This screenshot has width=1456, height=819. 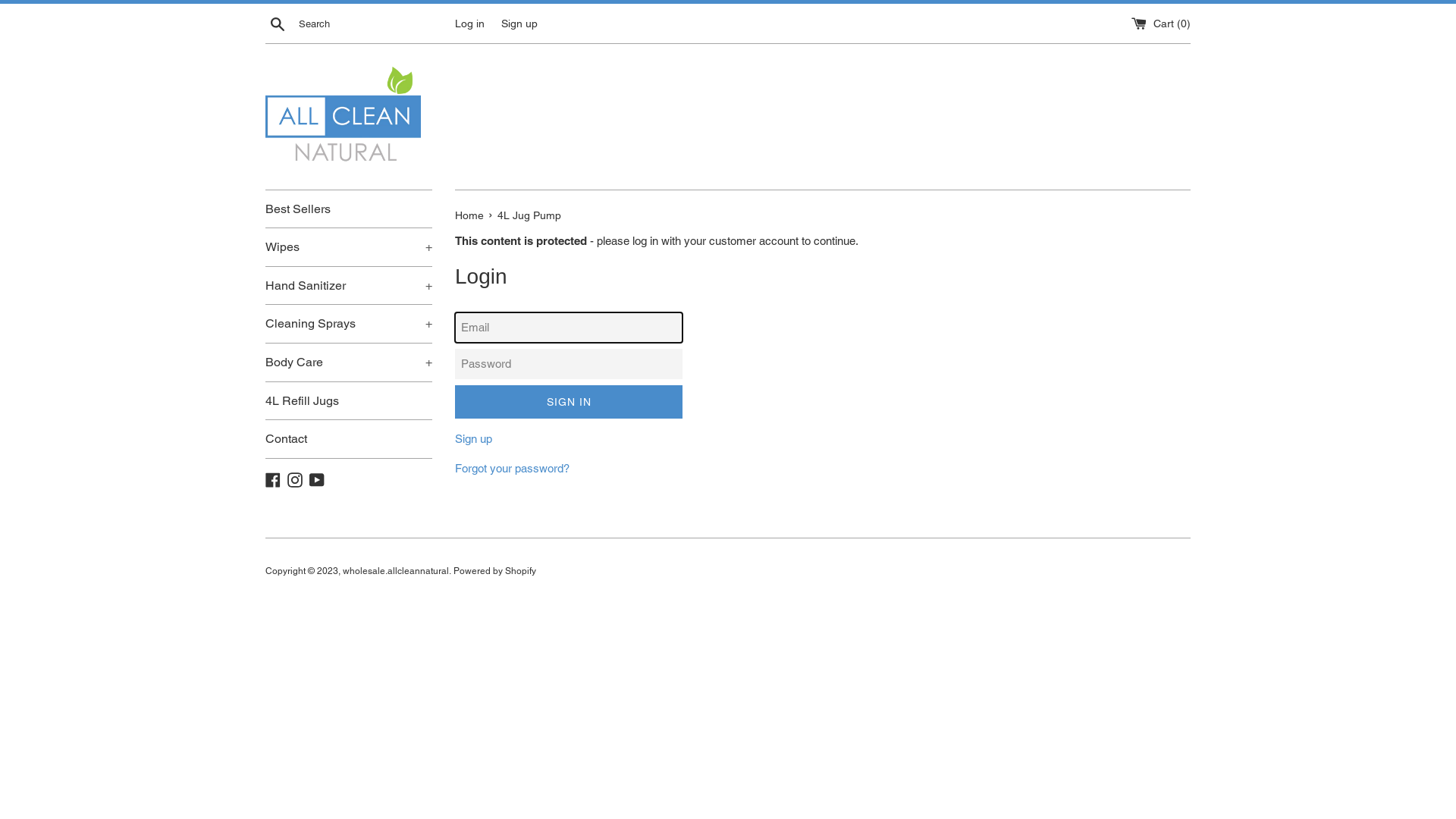 What do you see at coordinates (348, 400) in the screenshot?
I see `'4L Refill Jugs'` at bounding box center [348, 400].